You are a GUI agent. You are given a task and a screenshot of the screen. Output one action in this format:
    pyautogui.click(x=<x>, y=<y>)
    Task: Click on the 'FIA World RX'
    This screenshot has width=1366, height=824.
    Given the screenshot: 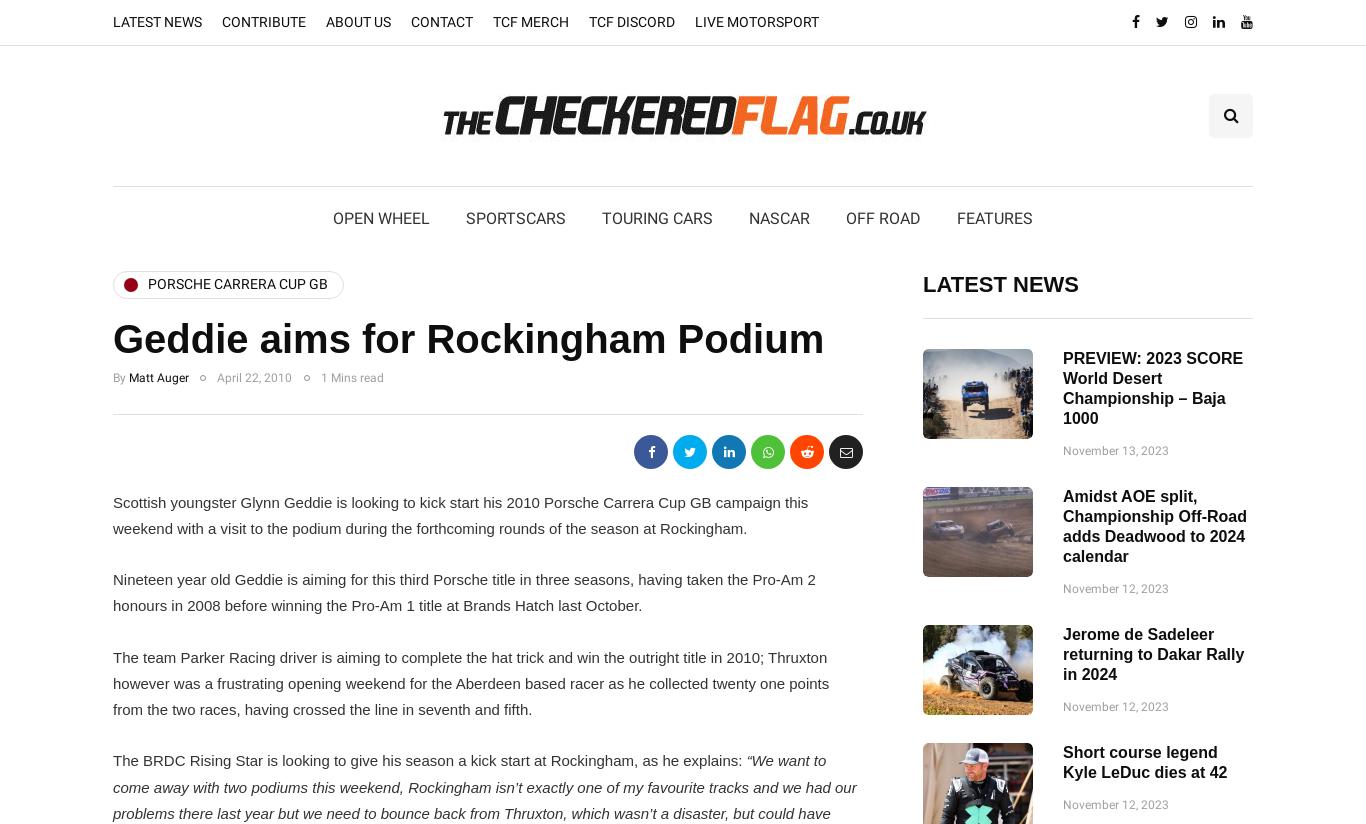 What is the action you would take?
    pyautogui.click(x=897, y=350)
    